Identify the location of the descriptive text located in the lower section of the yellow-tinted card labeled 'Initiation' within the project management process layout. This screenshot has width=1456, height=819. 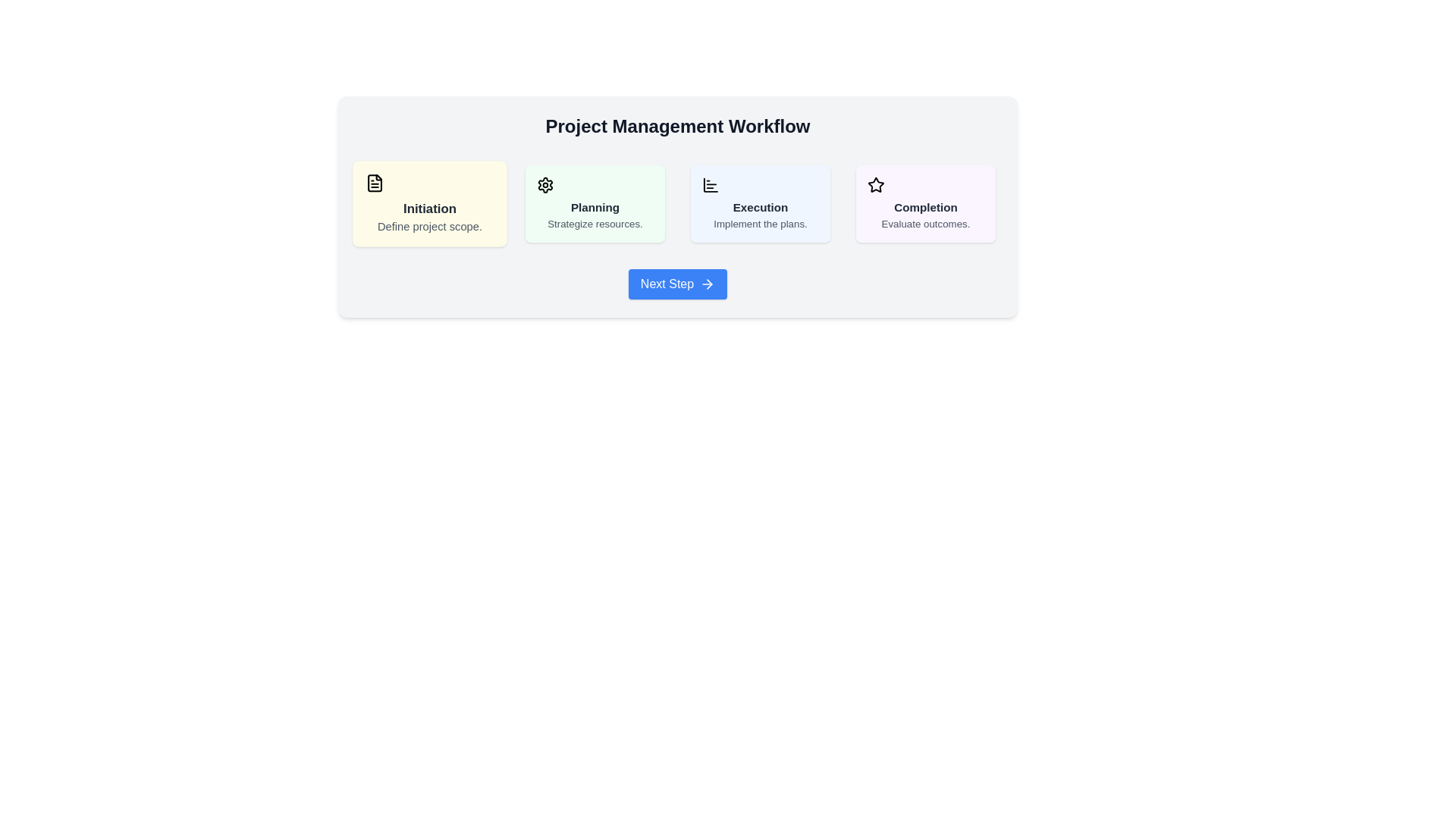
(428, 225).